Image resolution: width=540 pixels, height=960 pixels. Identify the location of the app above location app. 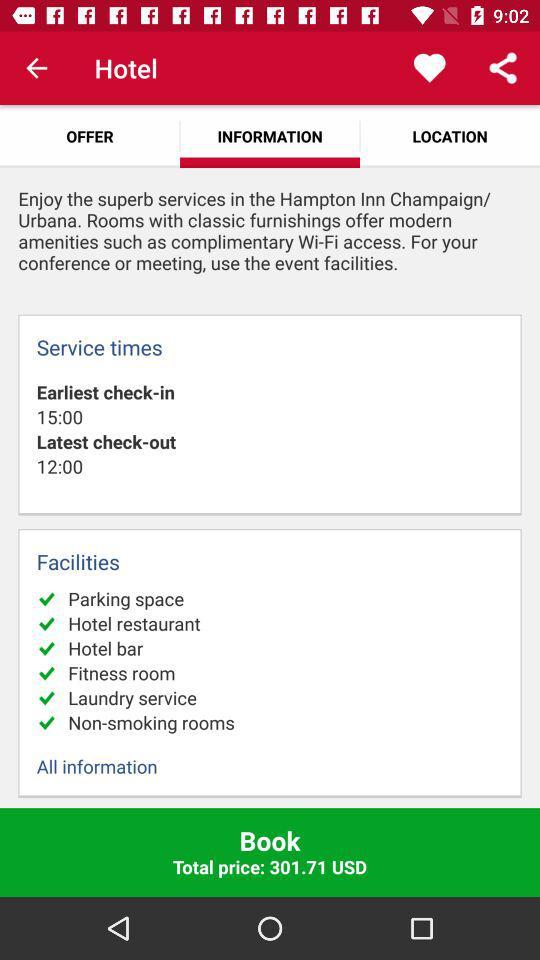
(502, 68).